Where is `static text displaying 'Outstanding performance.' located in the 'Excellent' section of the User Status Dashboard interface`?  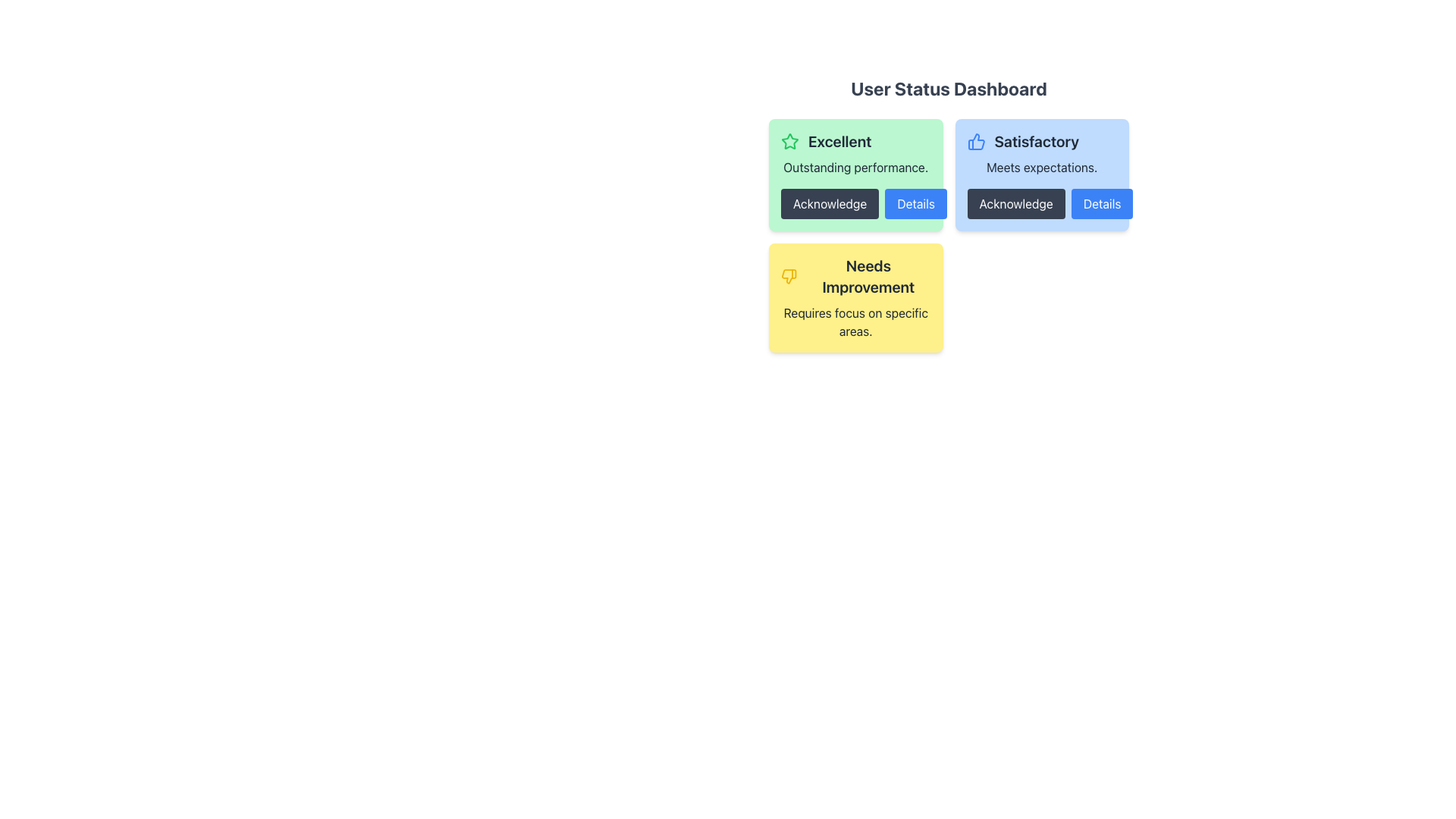
static text displaying 'Outstanding performance.' located in the 'Excellent' section of the User Status Dashboard interface is located at coordinates (855, 167).